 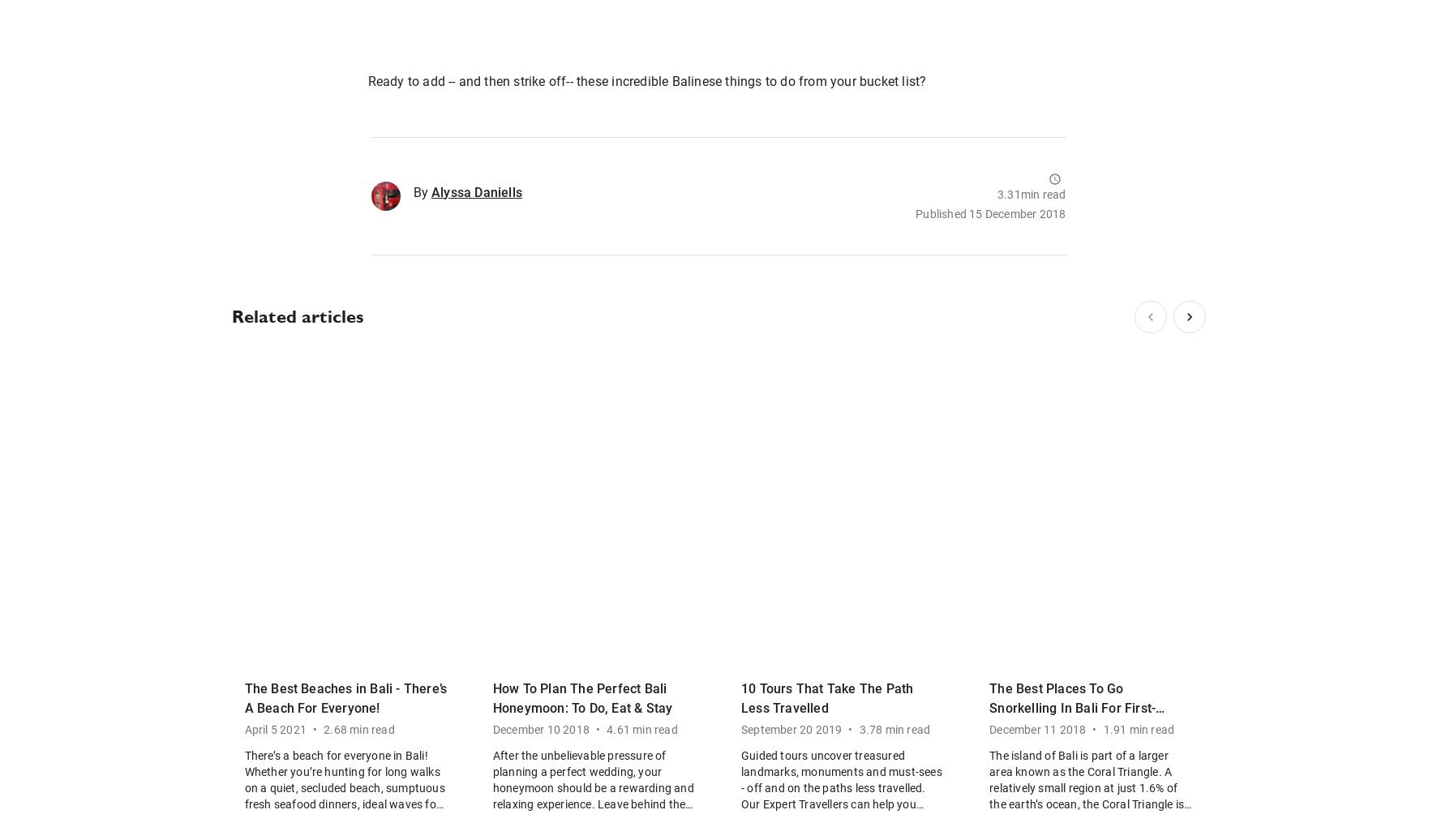 I want to click on '4.61 min read', so click(x=605, y=729).